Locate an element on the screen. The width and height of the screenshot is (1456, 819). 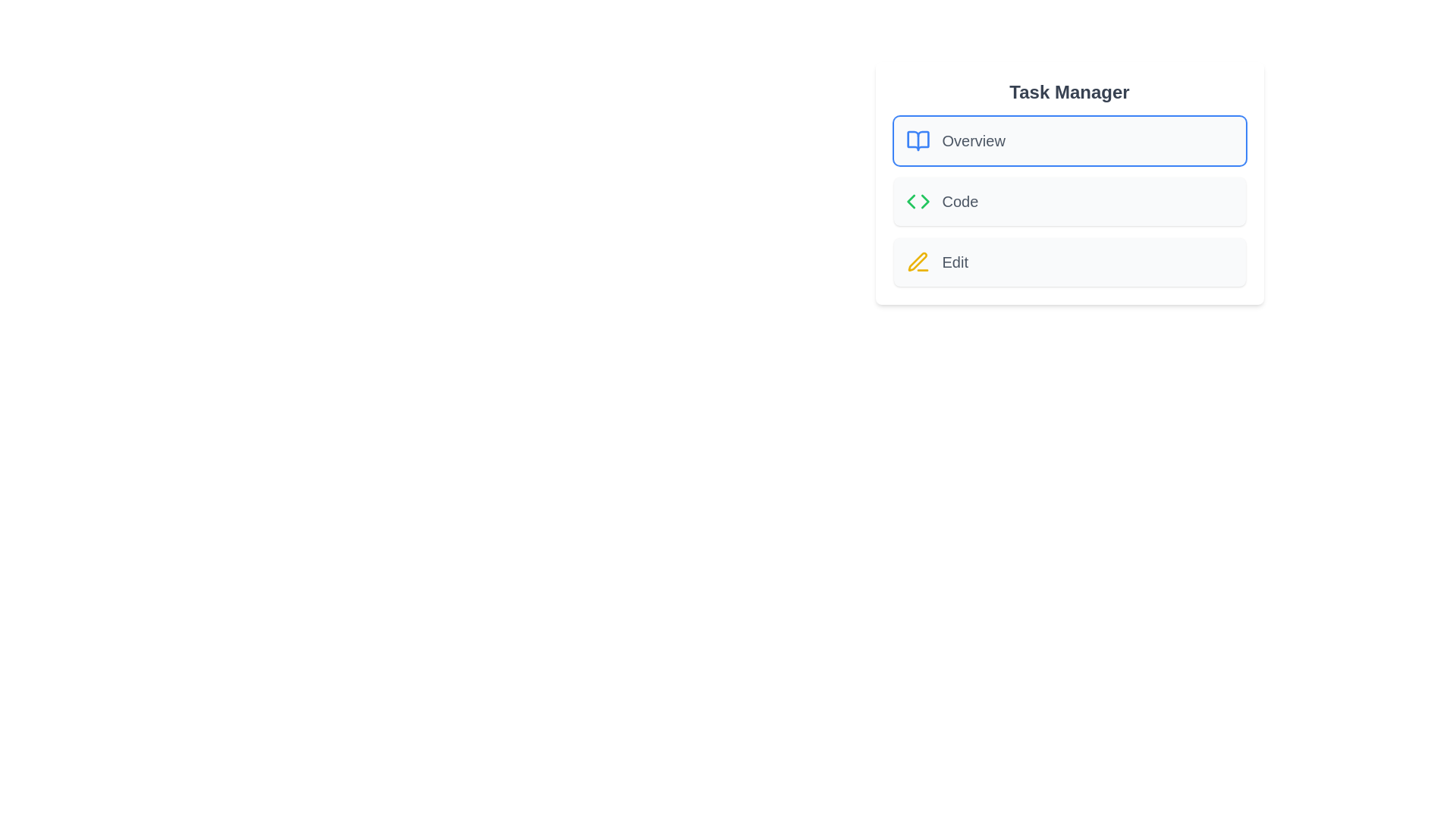
the 'Task Manager' text label, which is displayed in a bold, large dark gray font at the top of a white box is located at coordinates (1068, 93).